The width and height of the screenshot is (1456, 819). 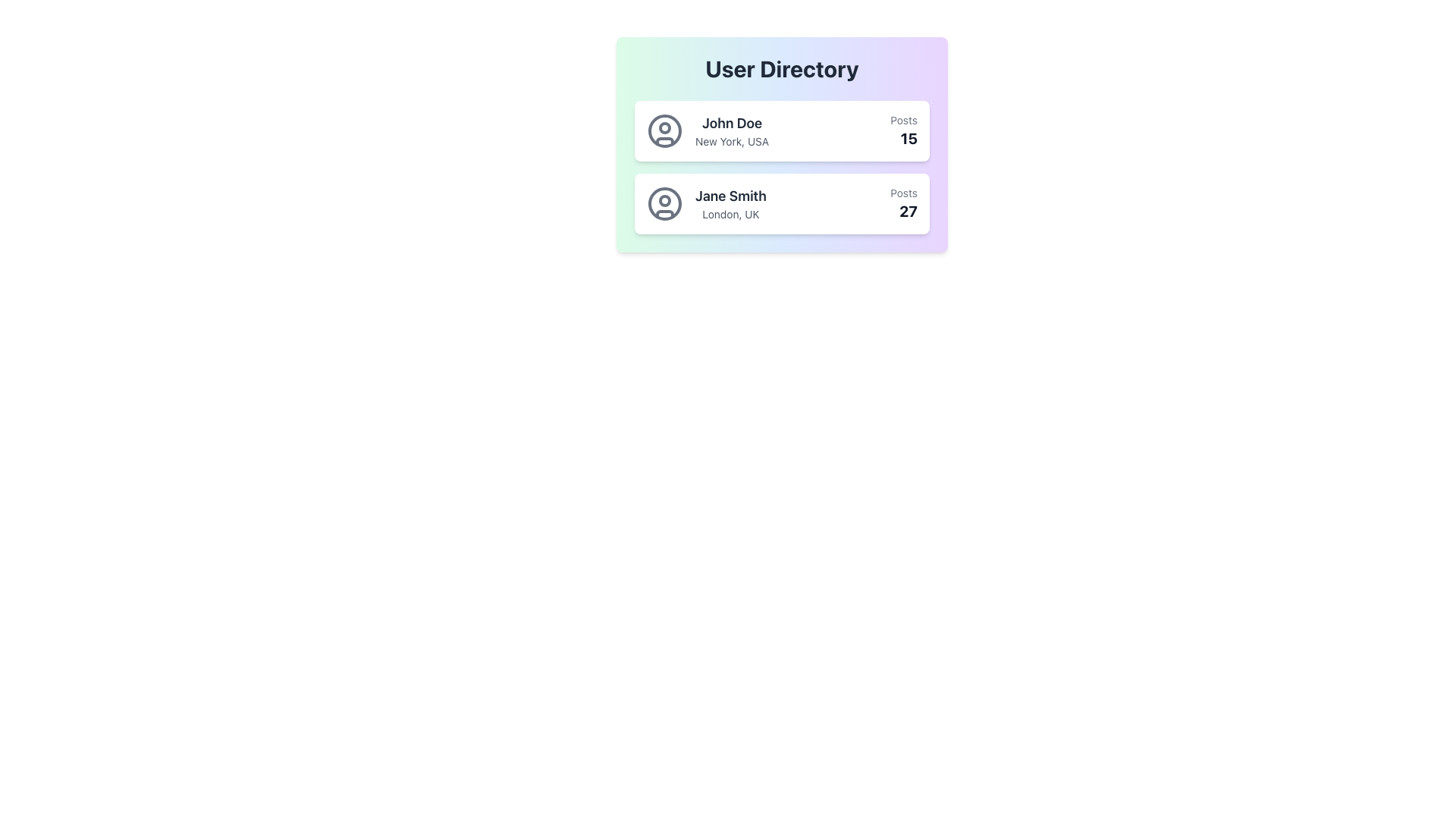 I want to click on the text element displaying '27', which is styled in bold, larger size, and dark gray color, positioned below the 'Posts' label in the section related to 'Jane Smith', so click(x=904, y=211).